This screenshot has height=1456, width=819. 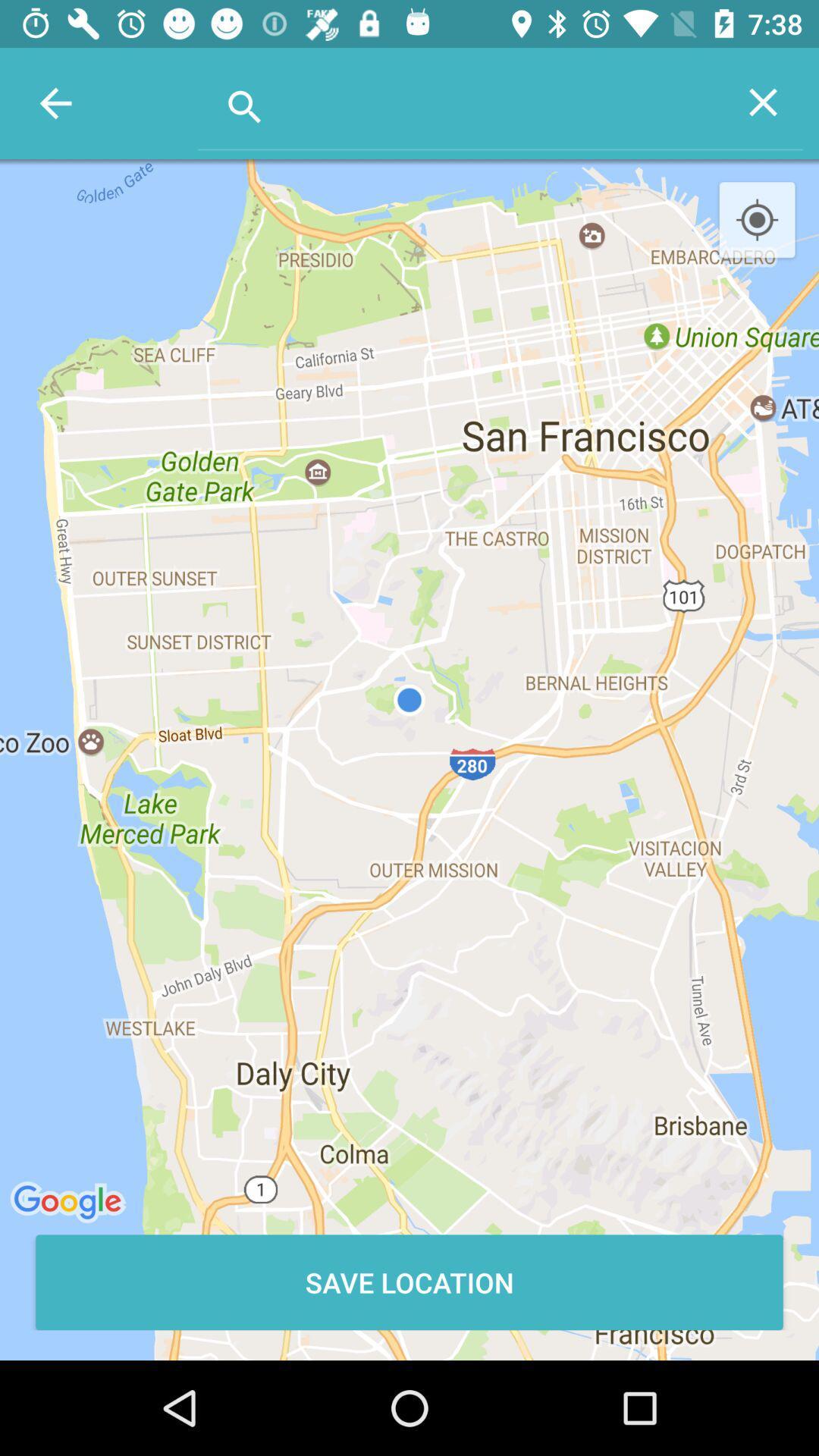 What do you see at coordinates (757, 220) in the screenshot?
I see `item above save location item` at bounding box center [757, 220].